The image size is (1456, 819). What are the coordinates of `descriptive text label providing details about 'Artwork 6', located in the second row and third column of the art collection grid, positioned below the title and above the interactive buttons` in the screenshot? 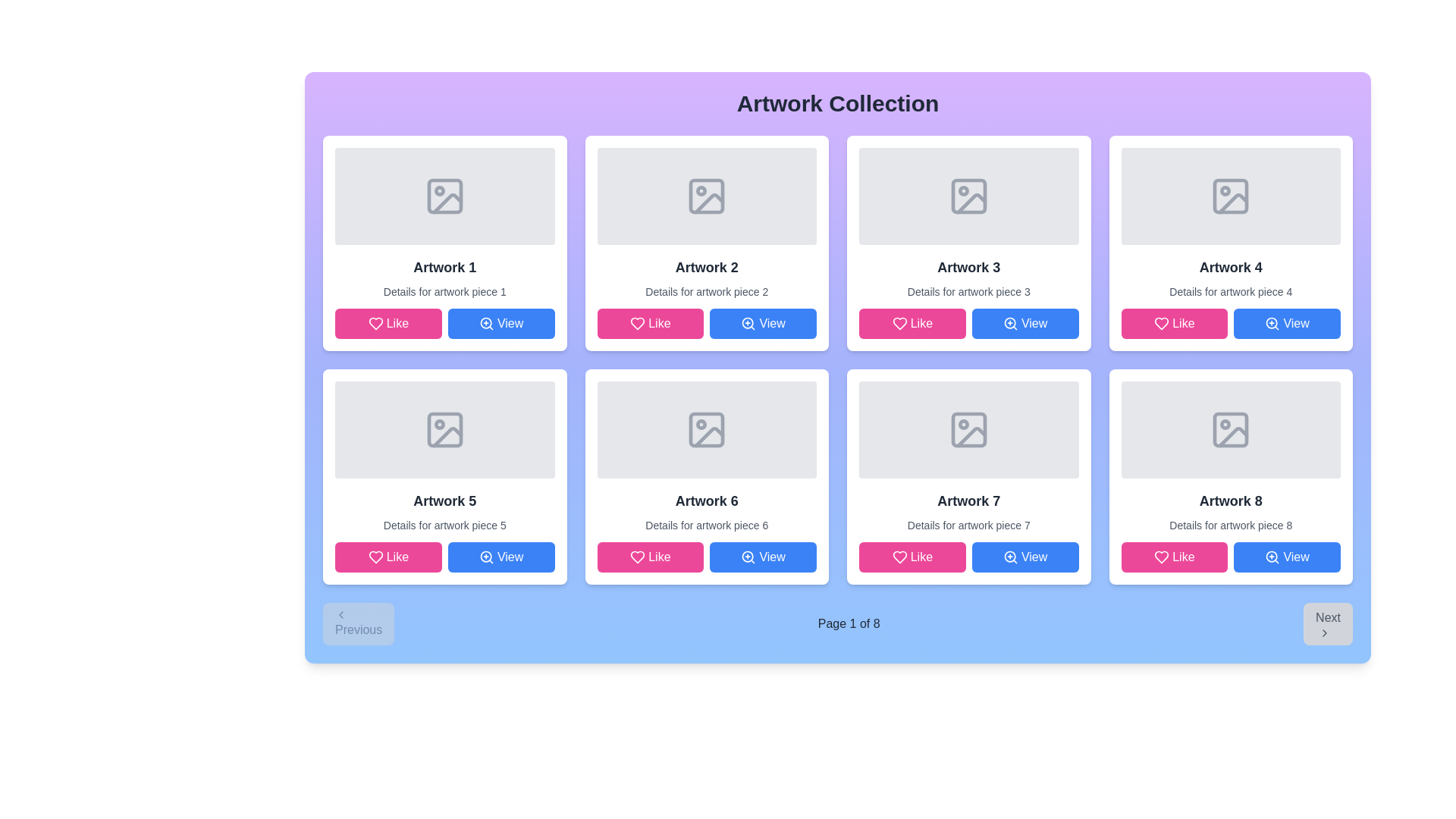 It's located at (706, 525).